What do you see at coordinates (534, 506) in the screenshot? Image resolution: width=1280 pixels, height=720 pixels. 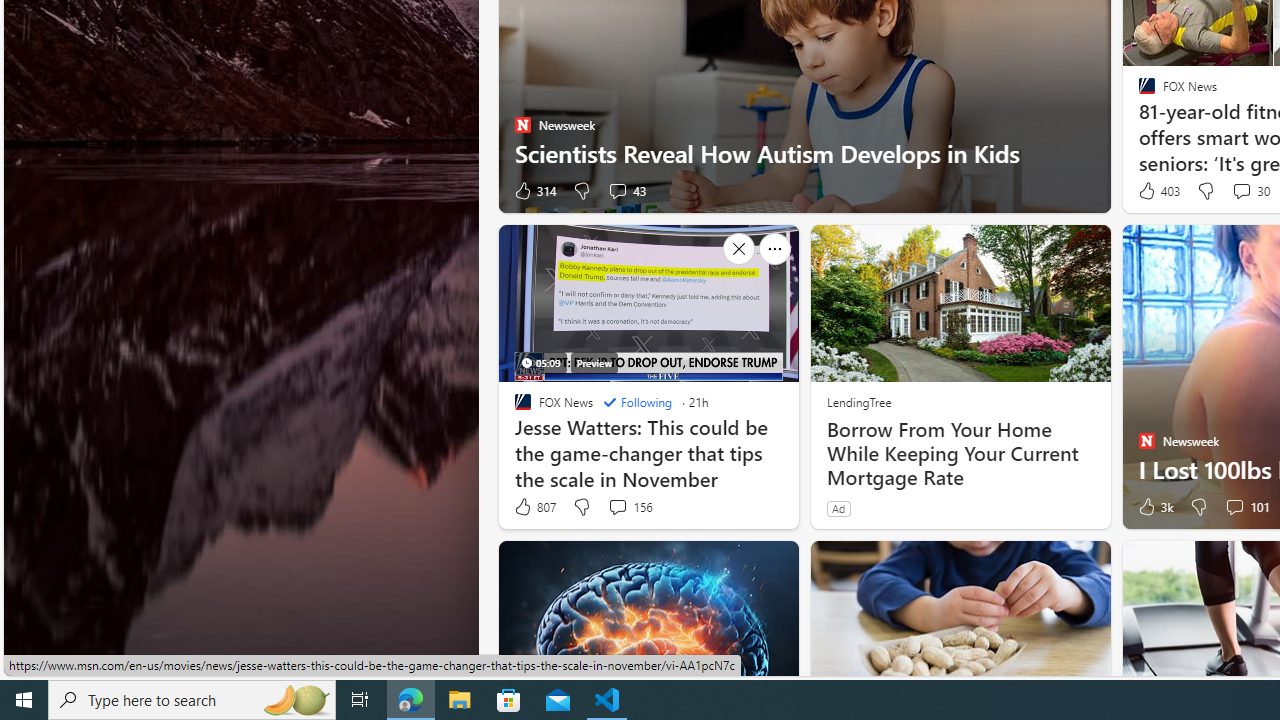 I see `'807 Like'` at bounding box center [534, 506].